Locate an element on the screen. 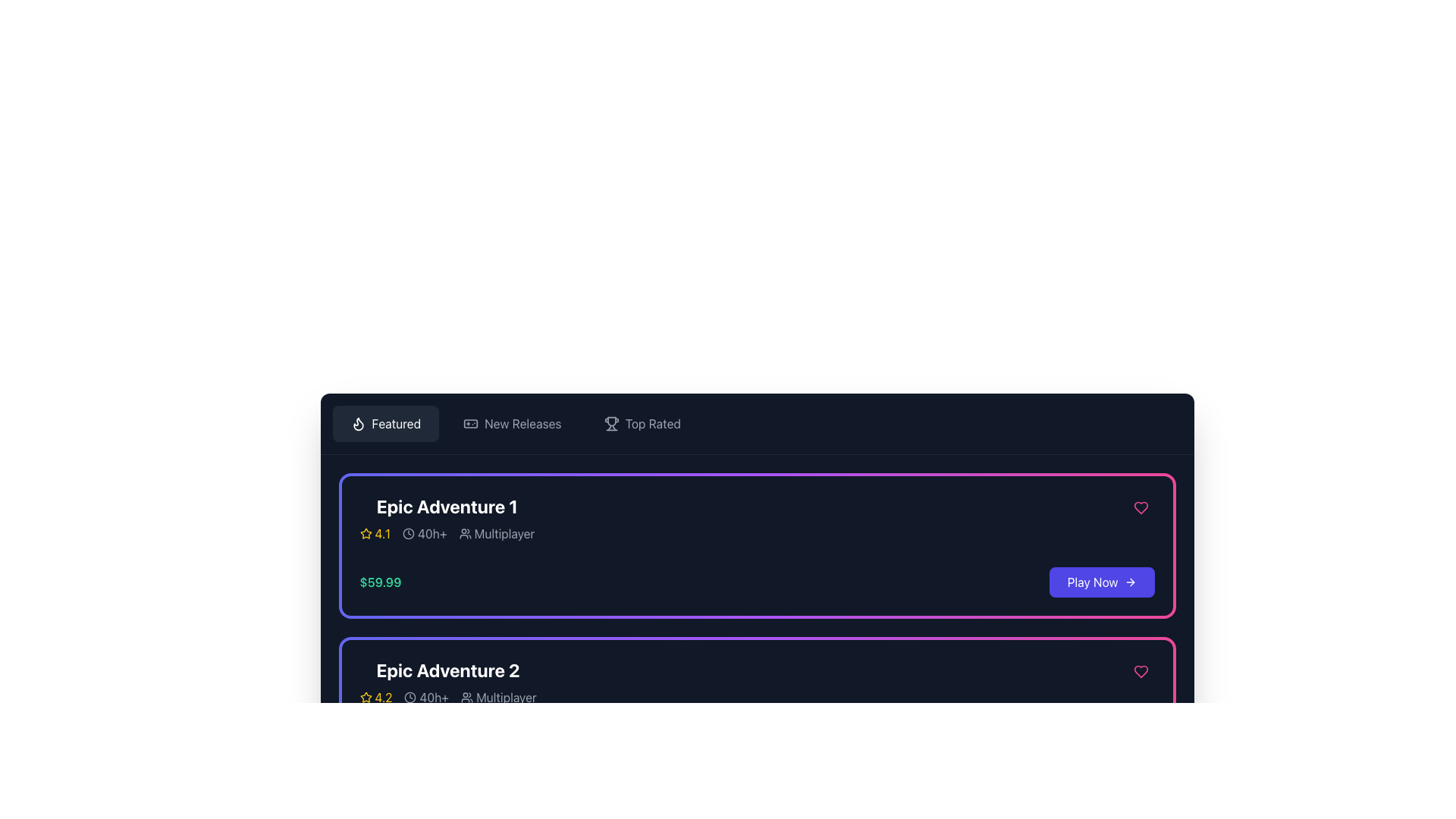 This screenshot has height=819, width=1456. the rating score displayed as '4.1' in yellow font next to the outlined star icon, which is part of the rating component for the product card labeled 'Epic Adventure 1' is located at coordinates (375, 533).